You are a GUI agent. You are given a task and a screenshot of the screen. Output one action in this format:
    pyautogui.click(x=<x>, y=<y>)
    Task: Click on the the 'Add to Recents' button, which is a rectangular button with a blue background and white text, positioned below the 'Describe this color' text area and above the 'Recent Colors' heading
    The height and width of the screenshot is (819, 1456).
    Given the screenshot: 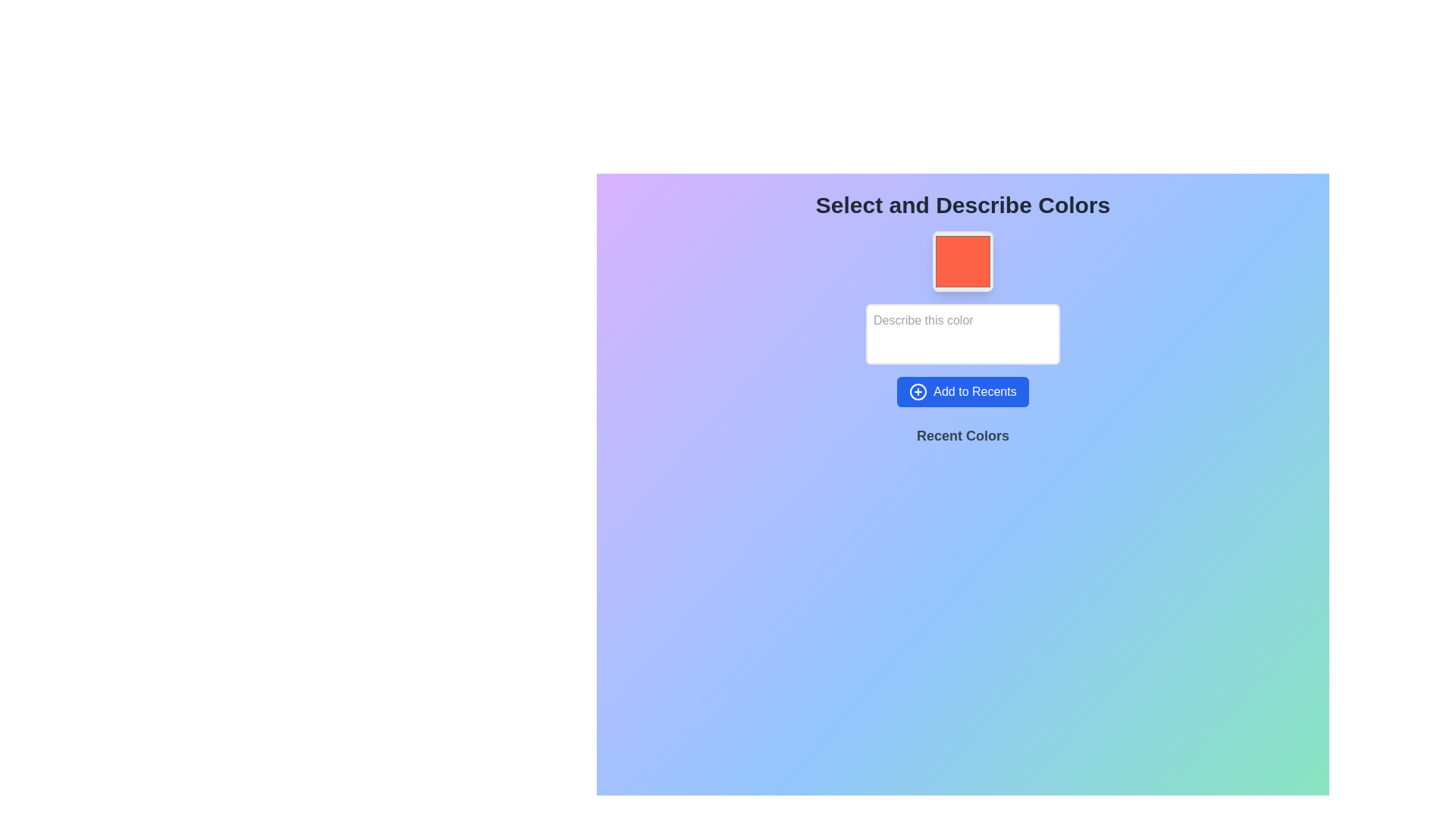 What is the action you would take?
    pyautogui.click(x=962, y=391)
    